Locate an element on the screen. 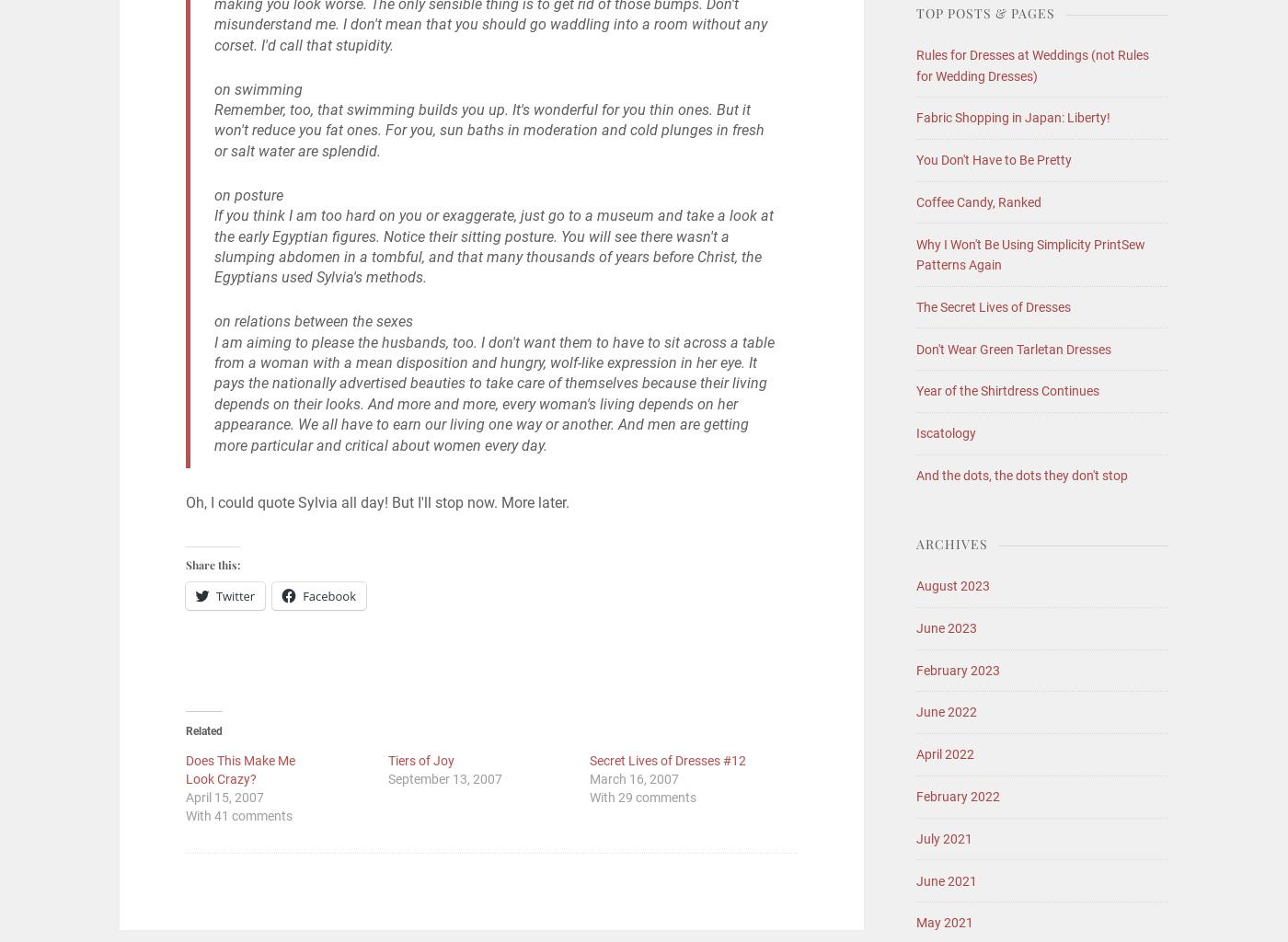 The width and height of the screenshot is (1288, 942). 'The Secret Lives of Dresses' is located at coordinates (993, 305).